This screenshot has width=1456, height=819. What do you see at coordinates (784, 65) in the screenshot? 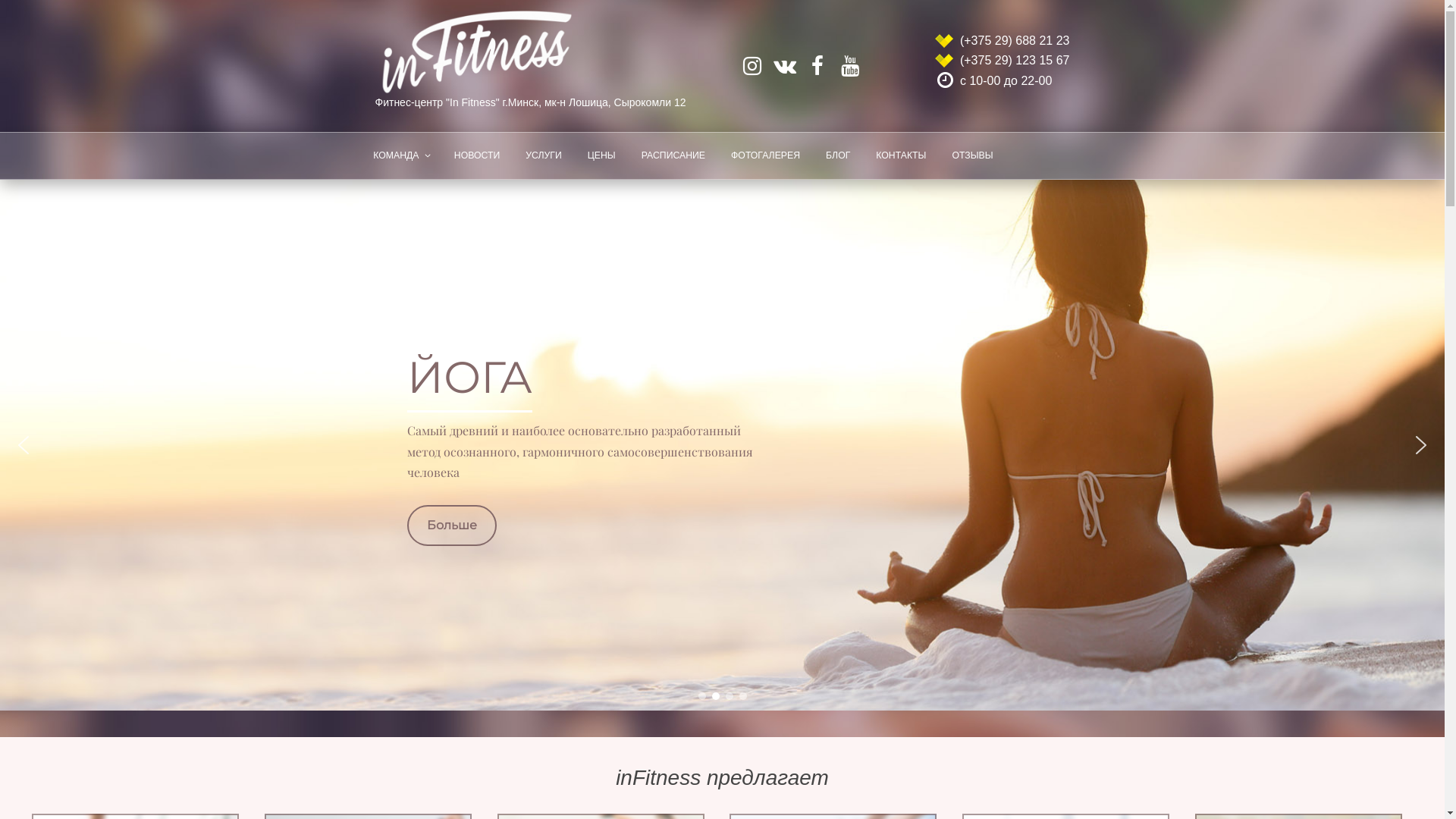
I see `'vk.com/infitnessby'` at bounding box center [784, 65].